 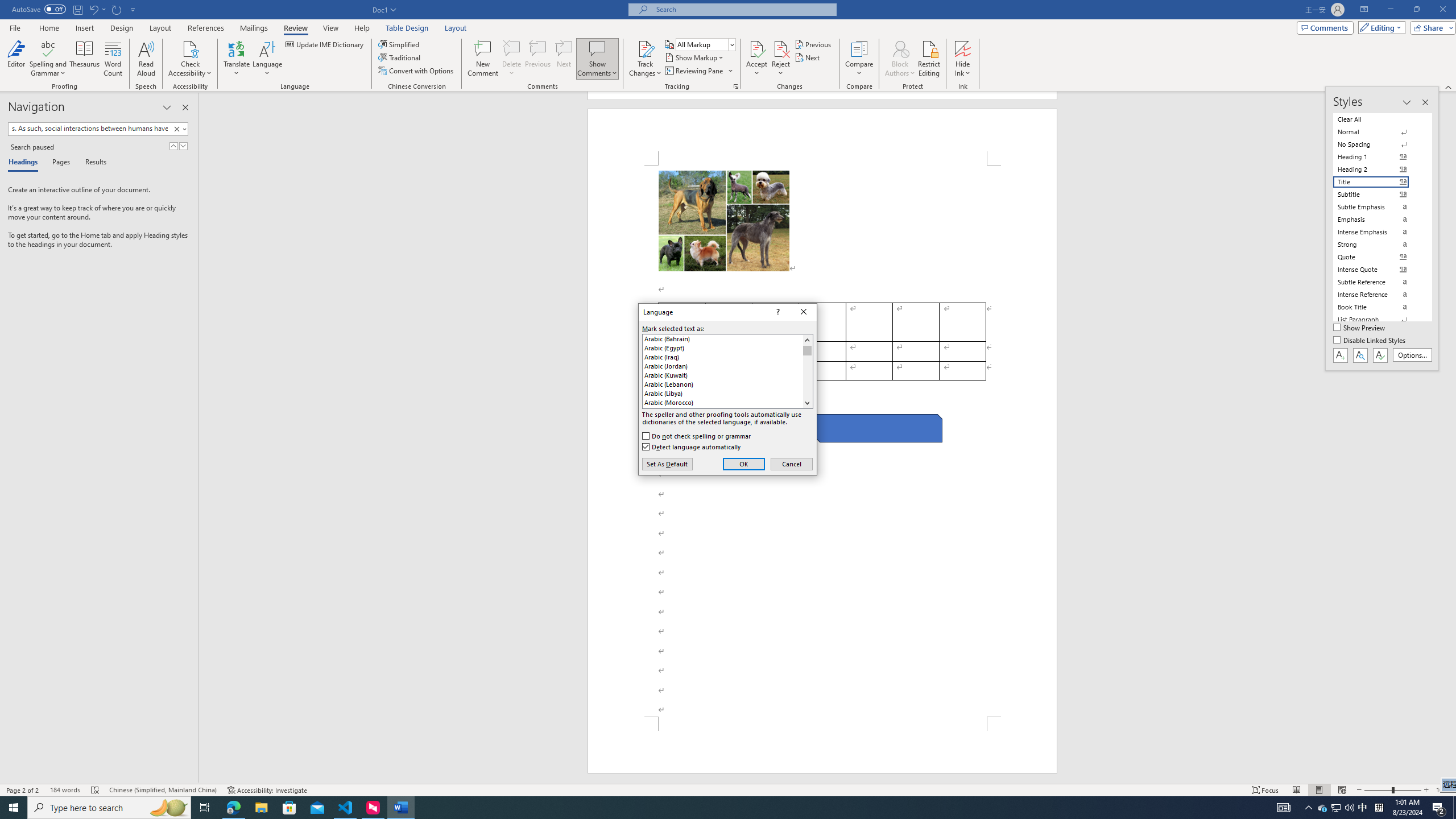 I want to click on 'Subtle Emphasis', so click(x=1378, y=206).